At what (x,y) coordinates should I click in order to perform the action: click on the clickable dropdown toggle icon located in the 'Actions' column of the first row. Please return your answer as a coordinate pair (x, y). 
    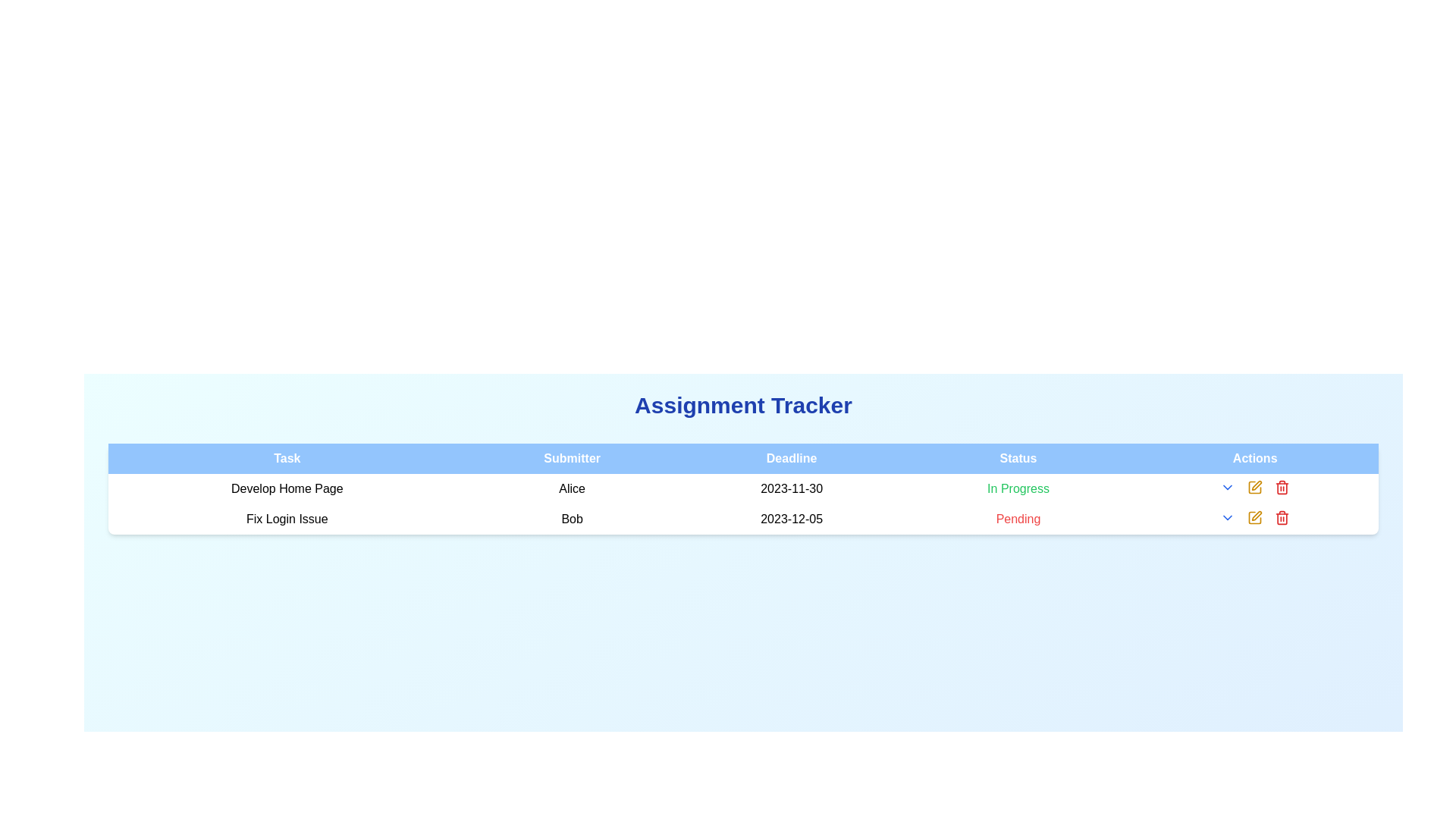
    Looking at the image, I should click on (1228, 488).